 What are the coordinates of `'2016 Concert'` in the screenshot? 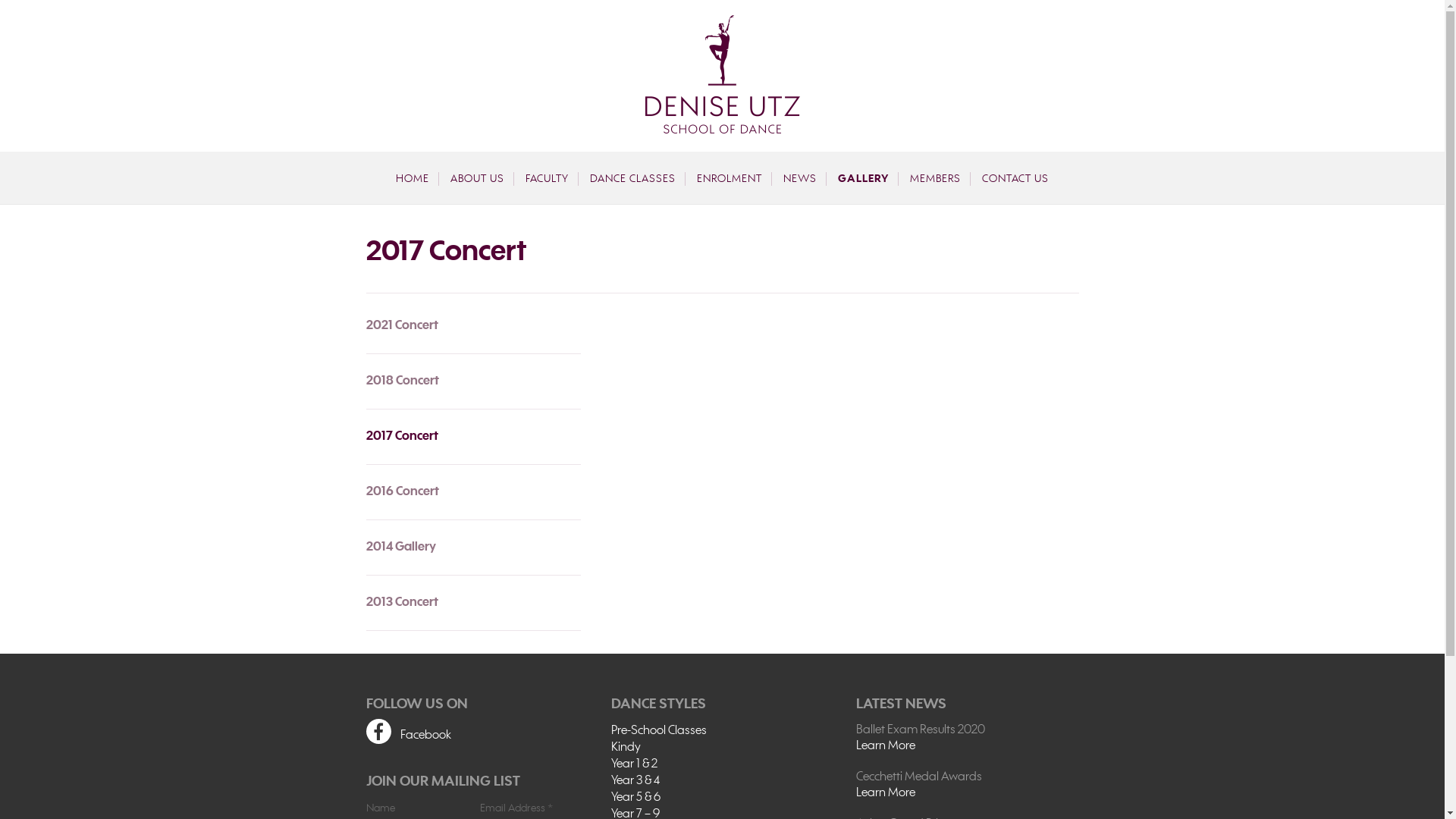 It's located at (472, 491).